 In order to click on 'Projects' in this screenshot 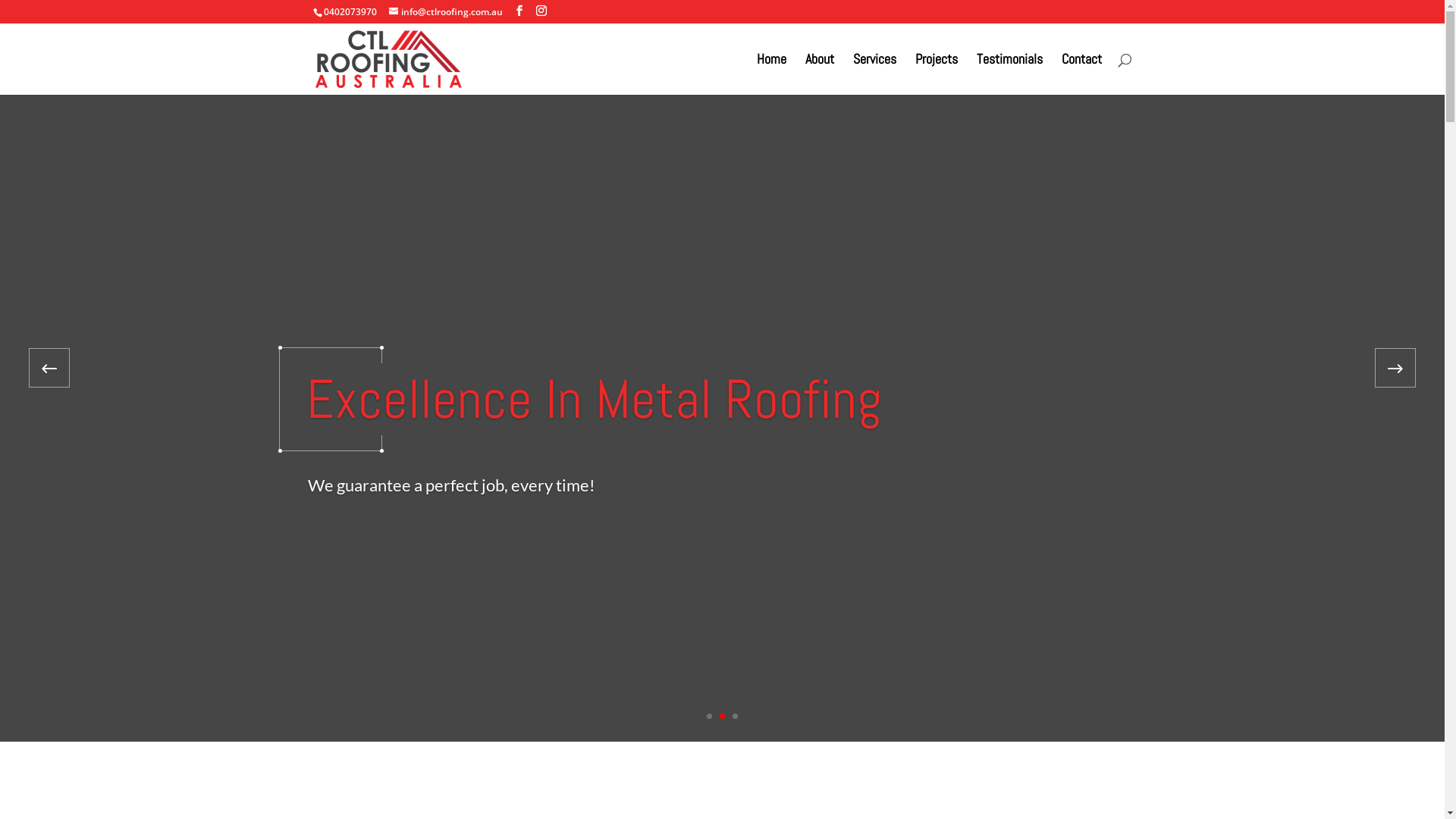, I will do `click(934, 74)`.